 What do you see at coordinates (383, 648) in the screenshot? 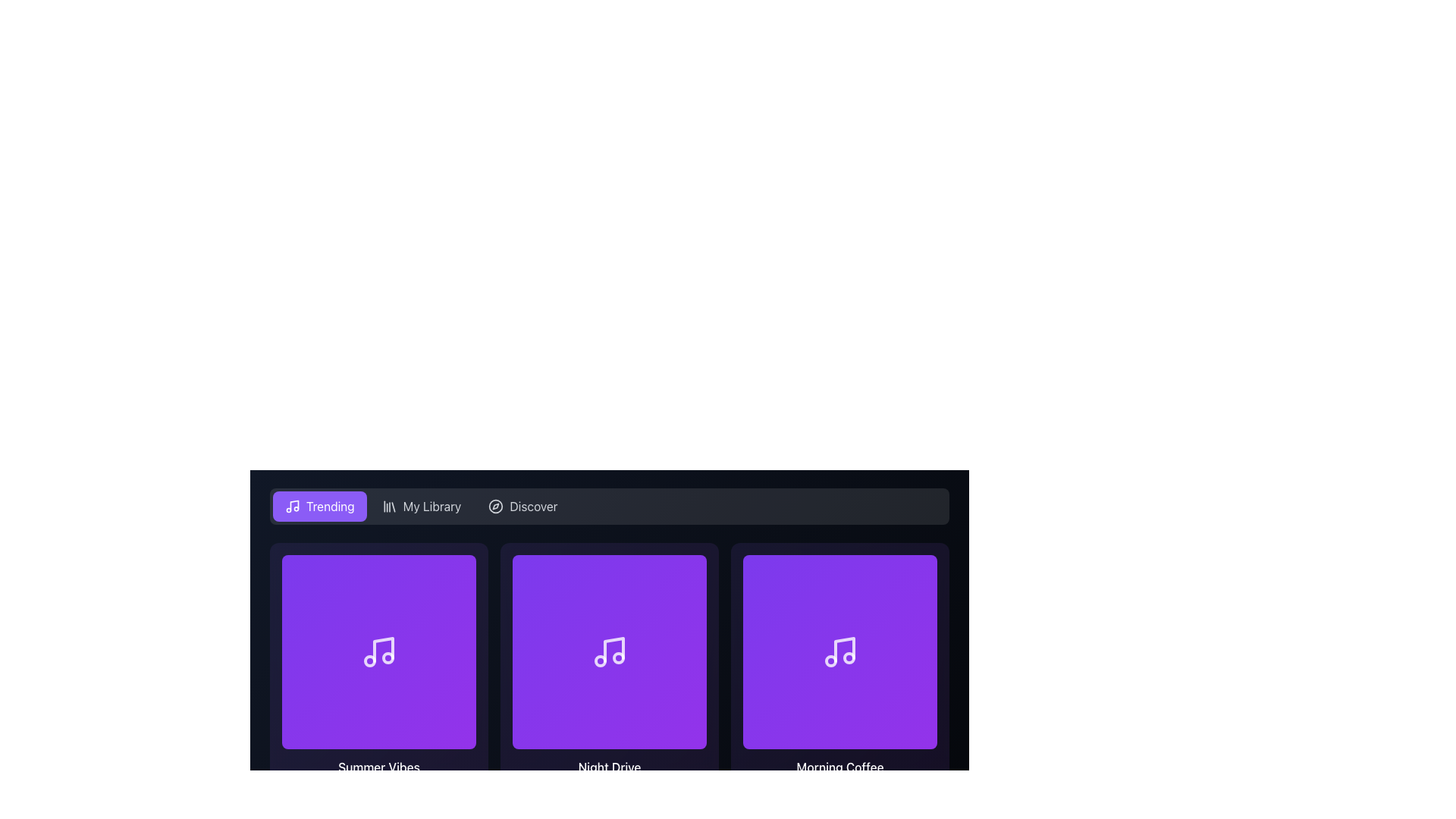
I see `the visual presence of the music note icon positioned in the center of the purple square card labeled 'Summer Vibes'` at bounding box center [383, 648].